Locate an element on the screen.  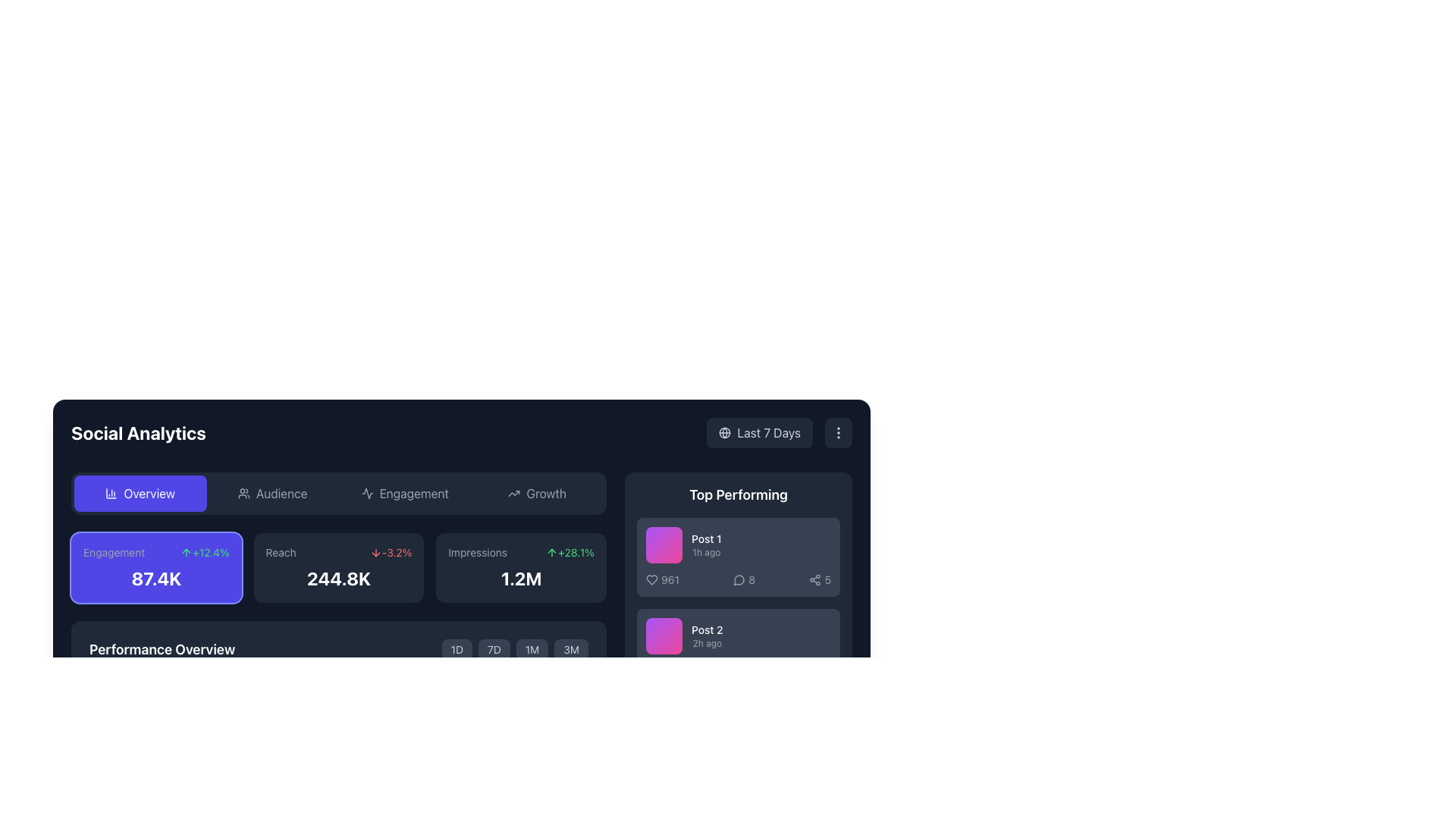
the 'Overview' text label within the blue button is located at coordinates (149, 494).